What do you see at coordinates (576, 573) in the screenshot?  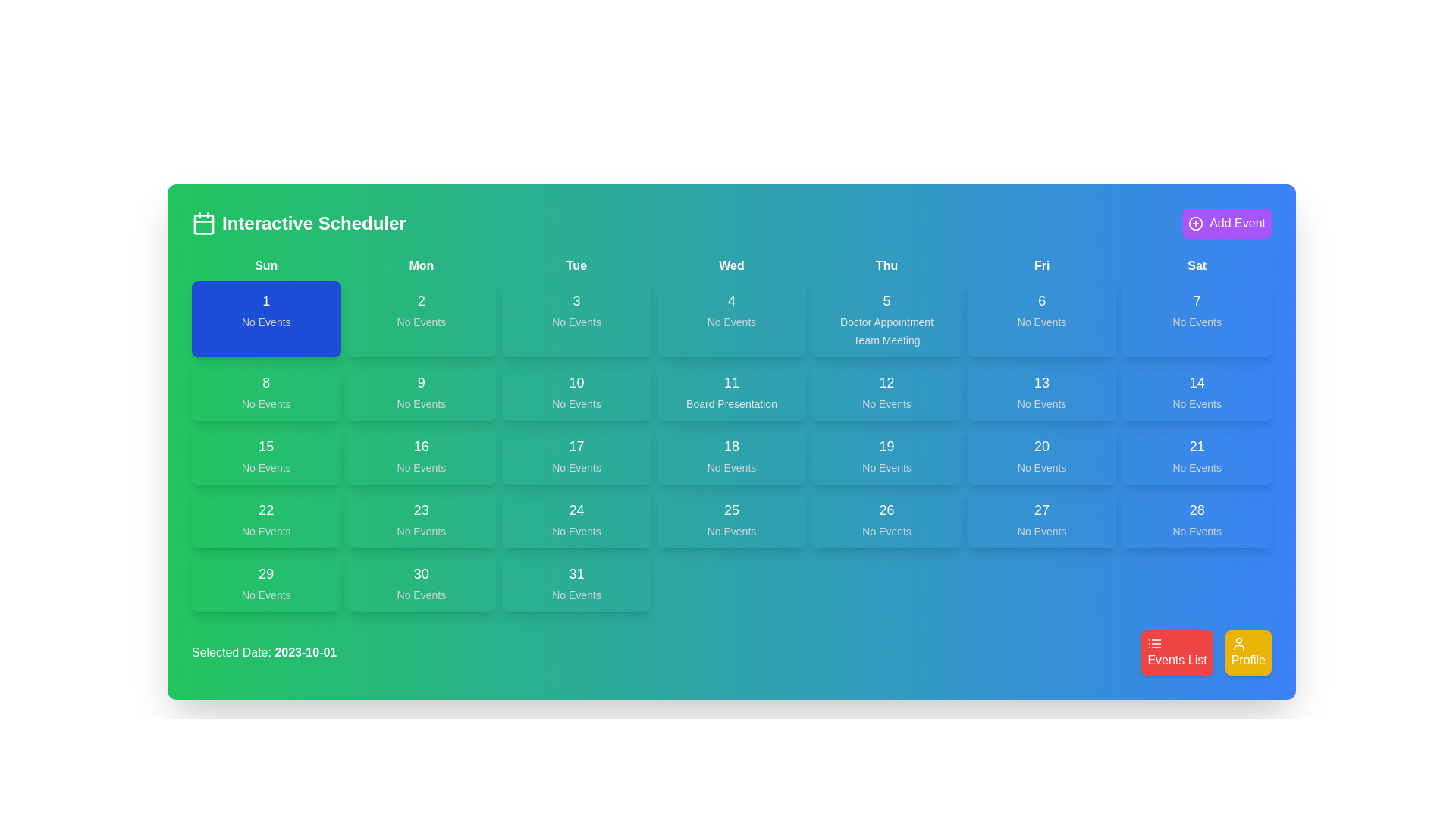 I see `the centered number '31' displayed in white text at the top half of the last column in the interactive scheduler's grid layout` at bounding box center [576, 573].